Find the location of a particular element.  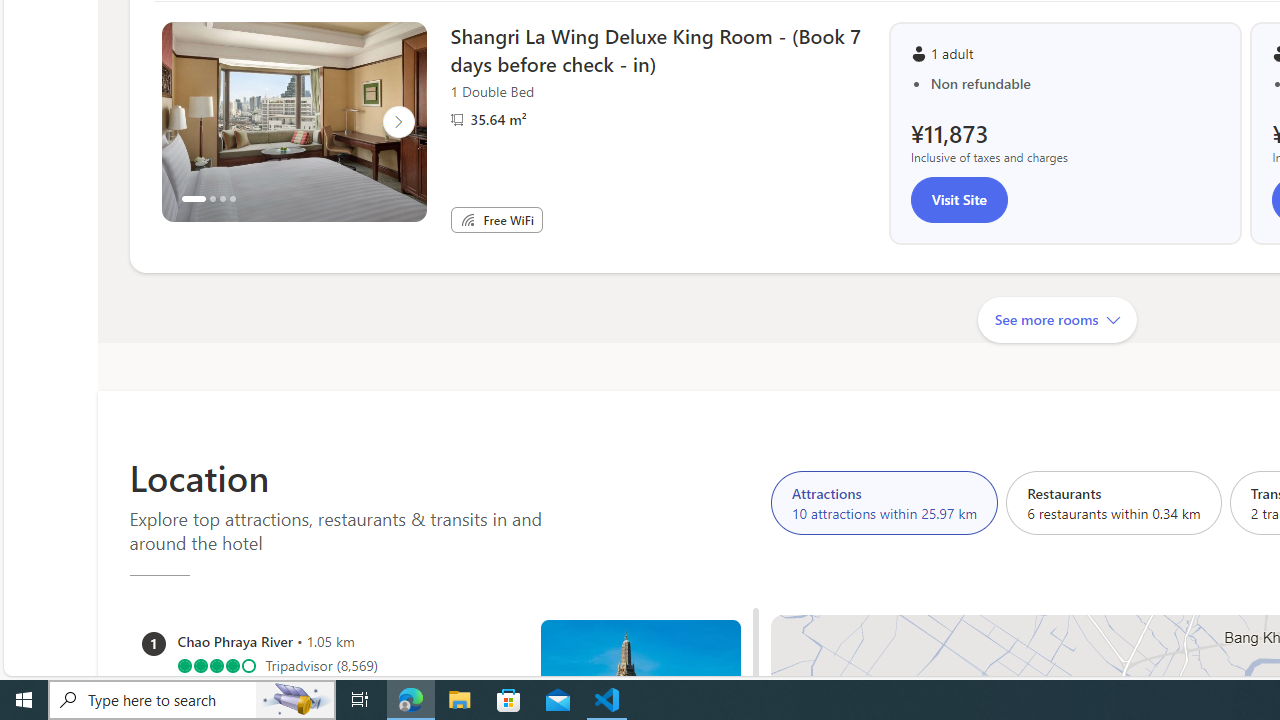

'Restaurants 6 restaurants within 0.34 km' is located at coordinates (1113, 501).